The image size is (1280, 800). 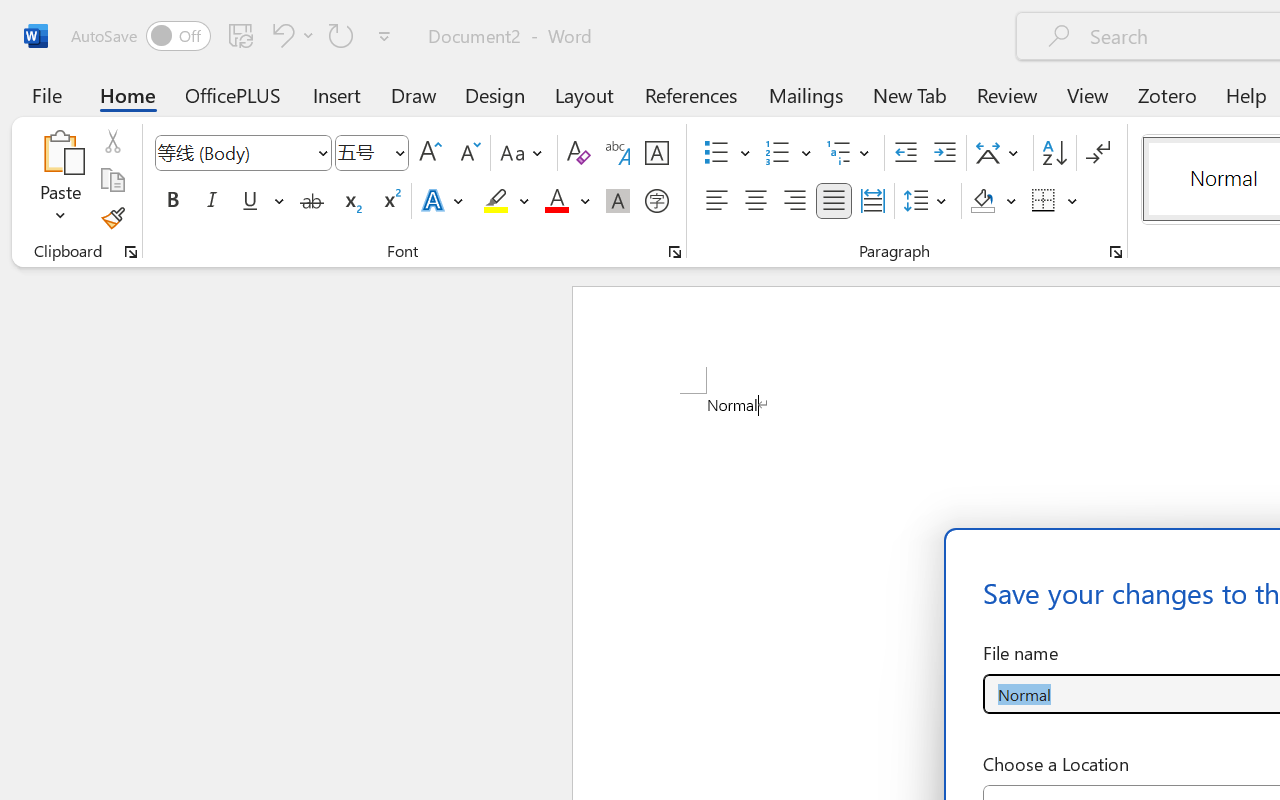 What do you see at coordinates (1000, 153) in the screenshot?
I see `'Asian Layout'` at bounding box center [1000, 153].